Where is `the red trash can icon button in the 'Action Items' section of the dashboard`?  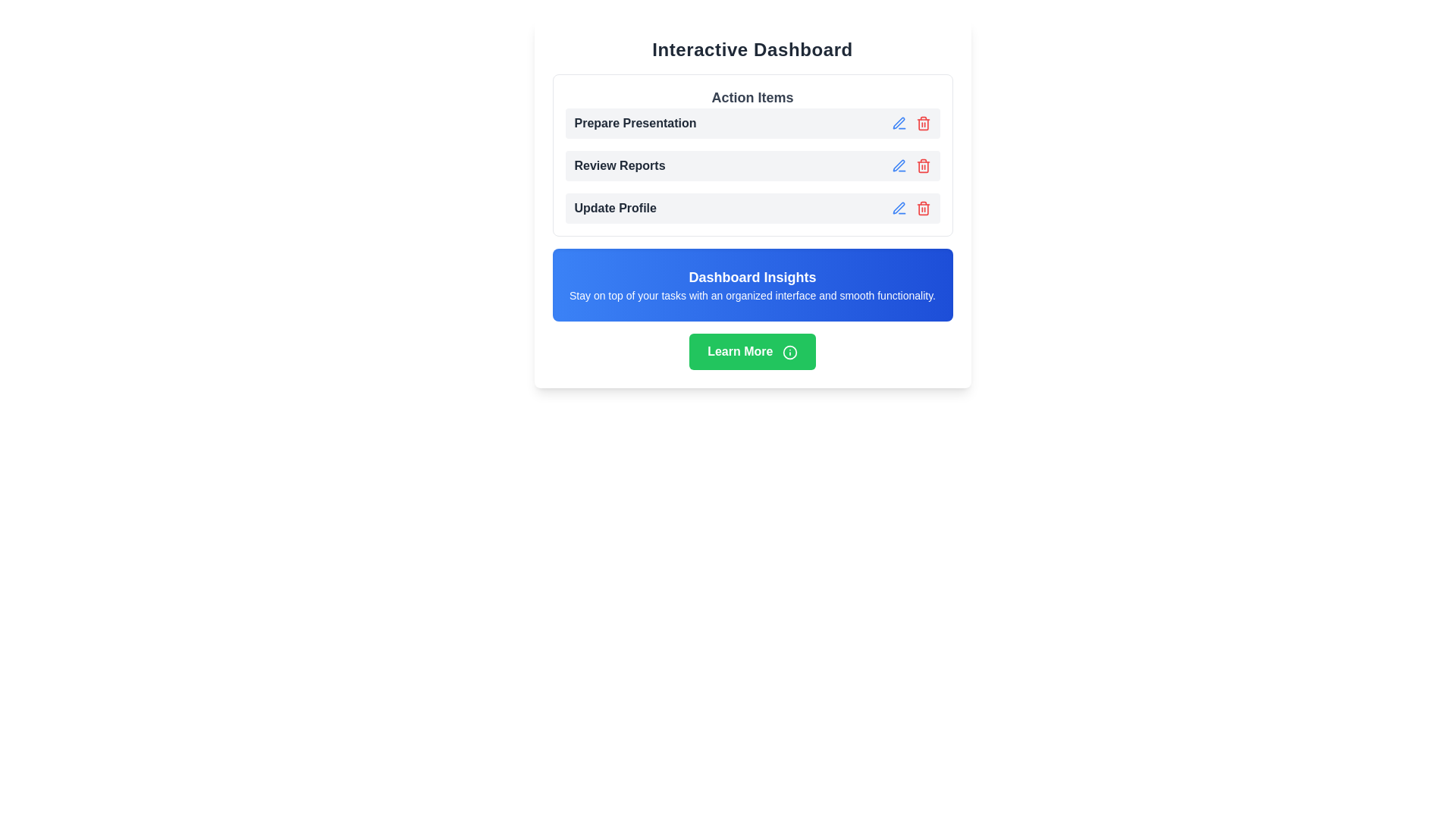 the red trash can icon button in the 'Action Items' section of the dashboard is located at coordinates (922, 122).